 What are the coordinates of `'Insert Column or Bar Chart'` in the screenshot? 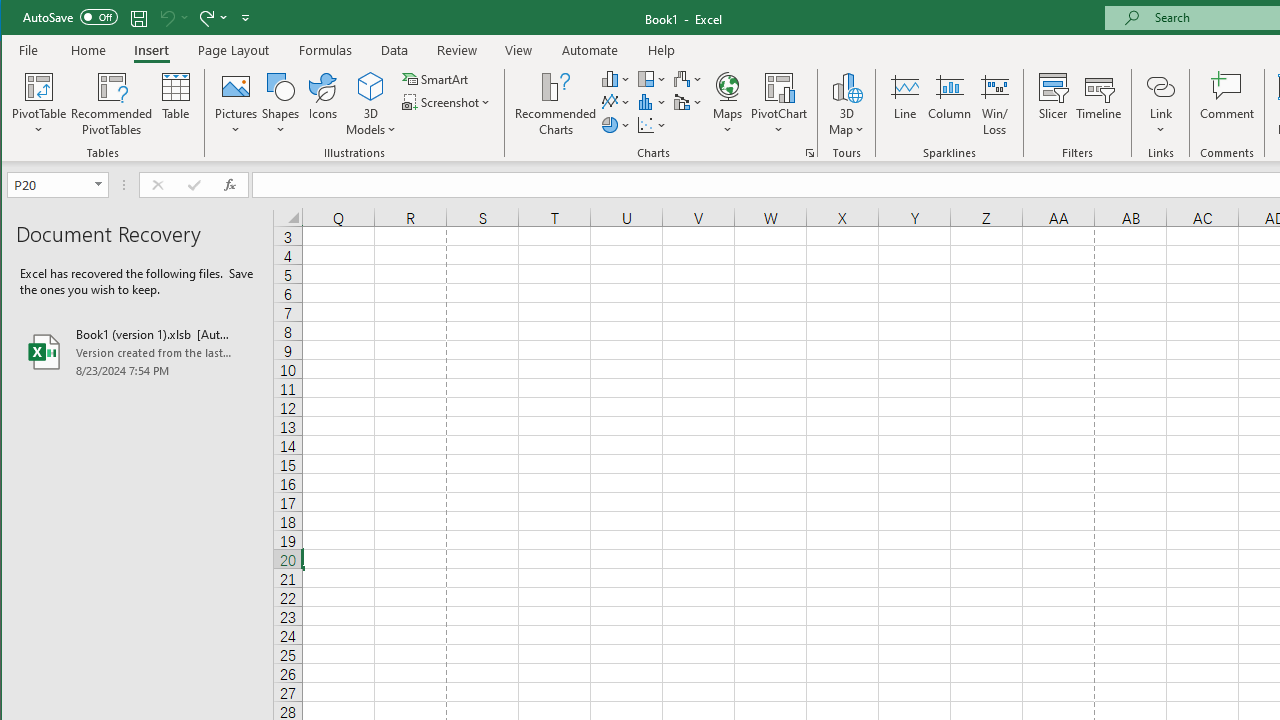 It's located at (615, 78).